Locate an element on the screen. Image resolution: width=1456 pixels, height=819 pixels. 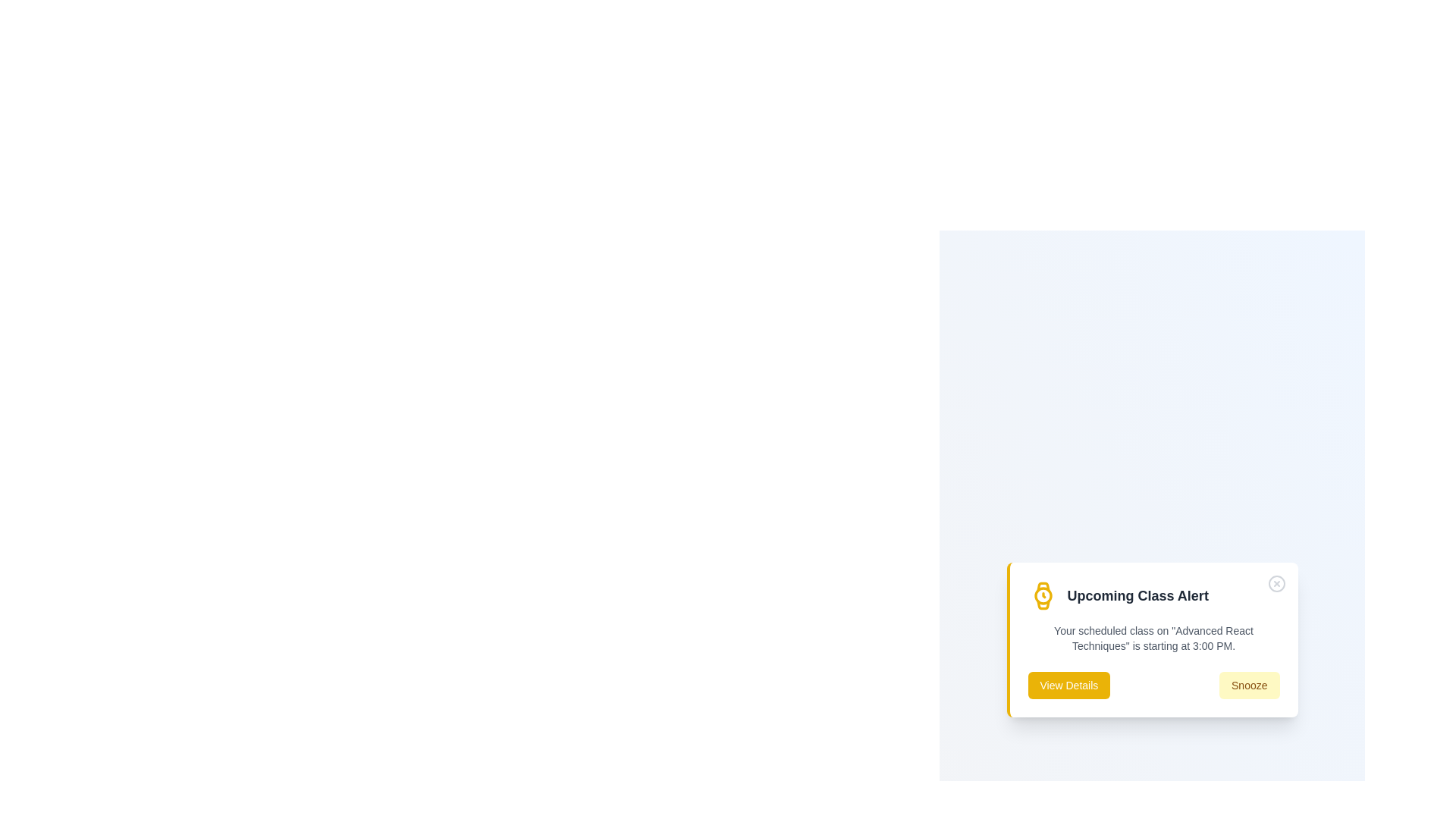
the 'View Details' button to view the class details is located at coordinates (1068, 685).